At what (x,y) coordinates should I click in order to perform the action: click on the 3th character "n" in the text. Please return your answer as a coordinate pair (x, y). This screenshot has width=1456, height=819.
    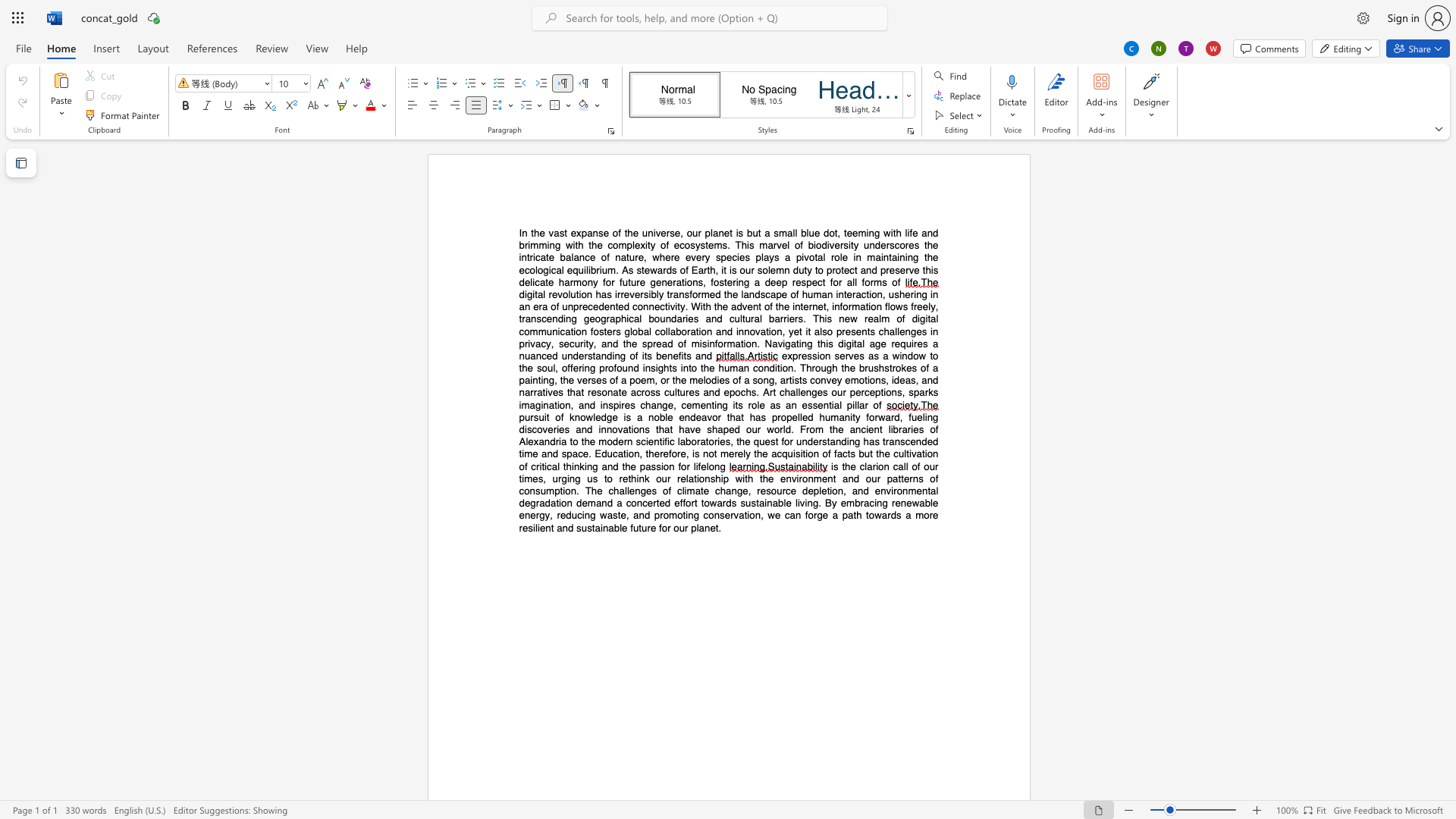
    Looking at the image, I should click on (910, 256).